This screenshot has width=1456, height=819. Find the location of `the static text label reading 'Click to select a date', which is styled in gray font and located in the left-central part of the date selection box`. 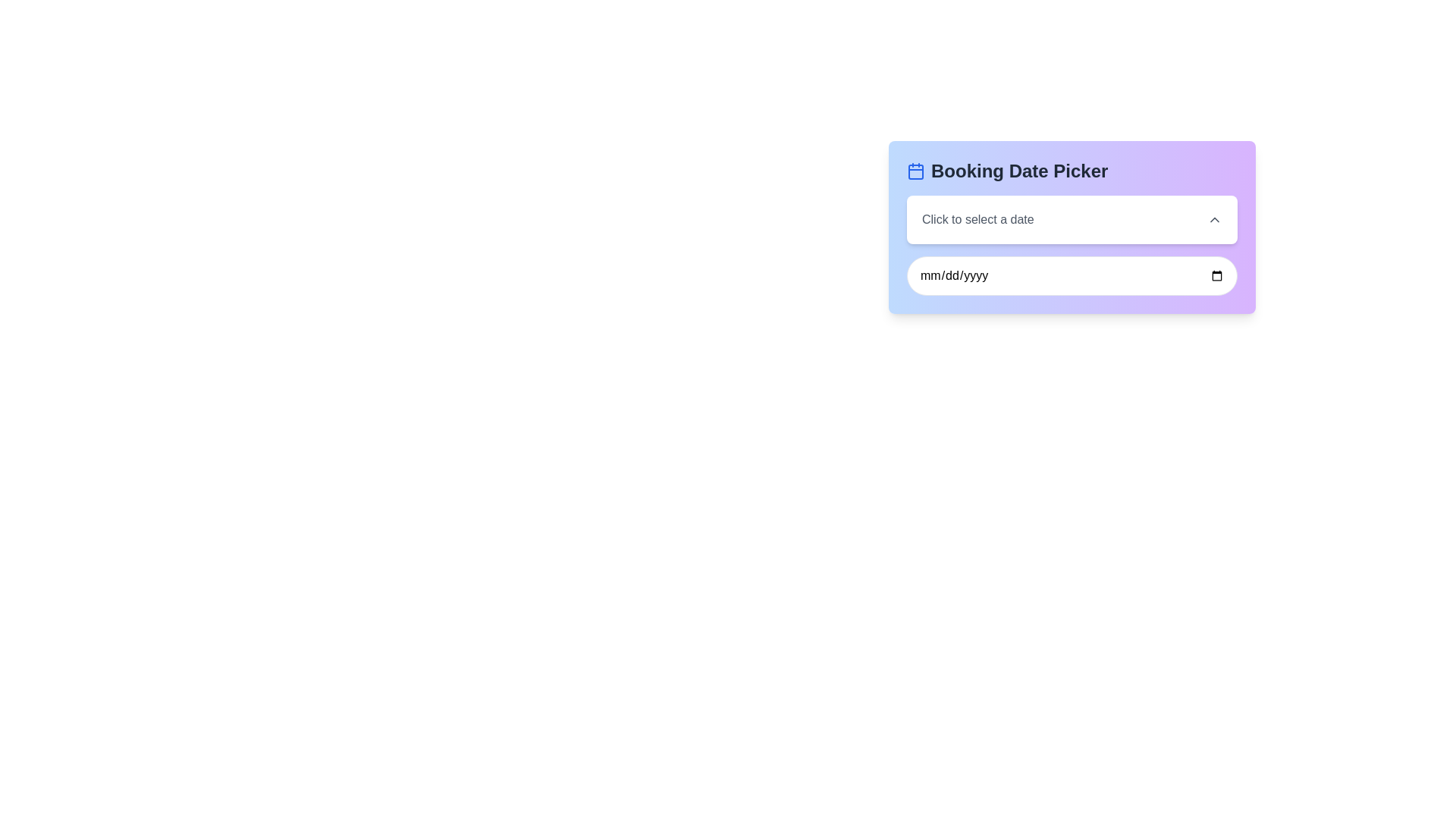

the static text label reading 'Click to select a date', which is styled in gray font and located in the left-central part of the date selection box is located at coordinates (977, 219).